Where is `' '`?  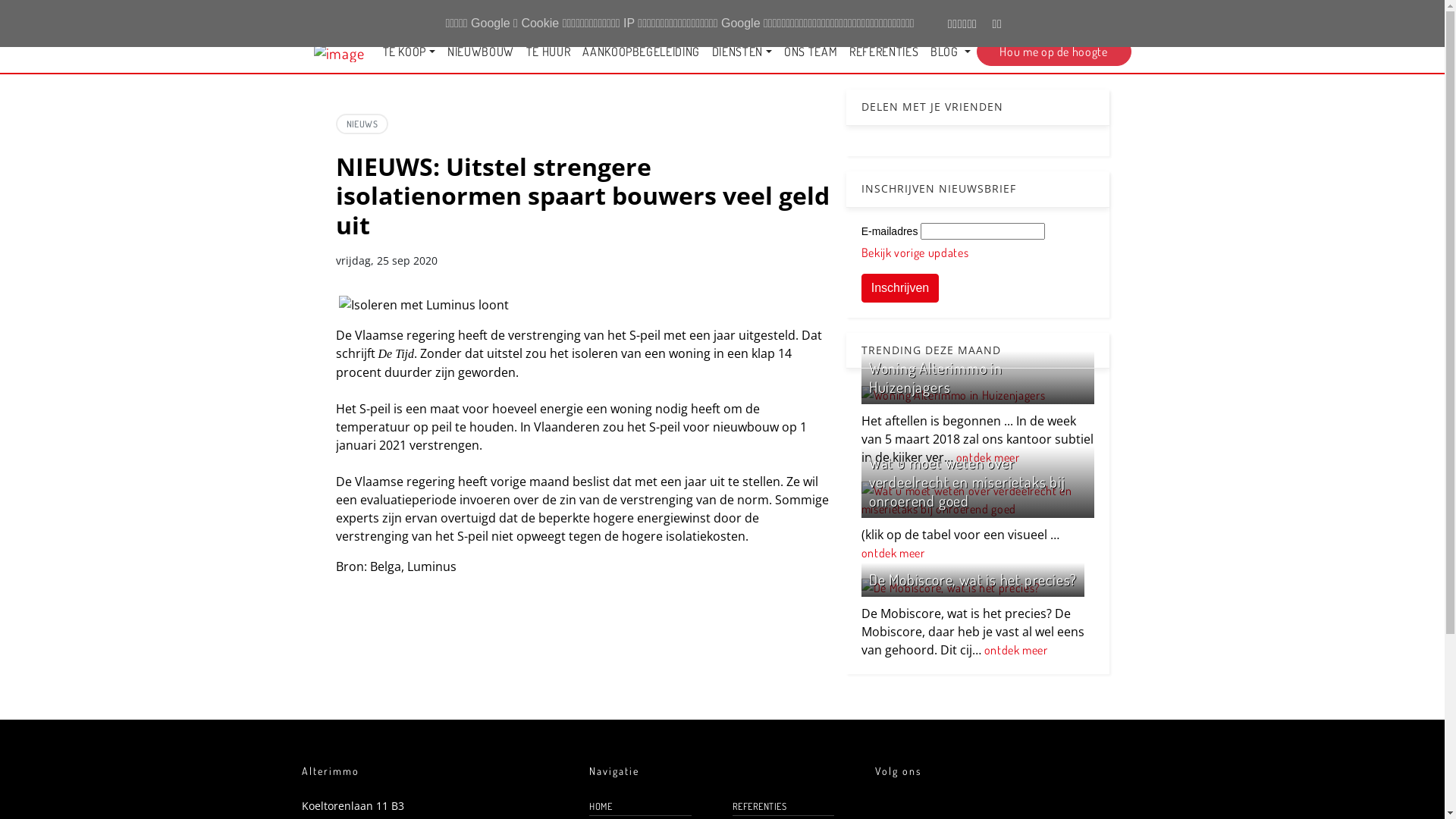
' ' is located at coordinates (1099, 14).